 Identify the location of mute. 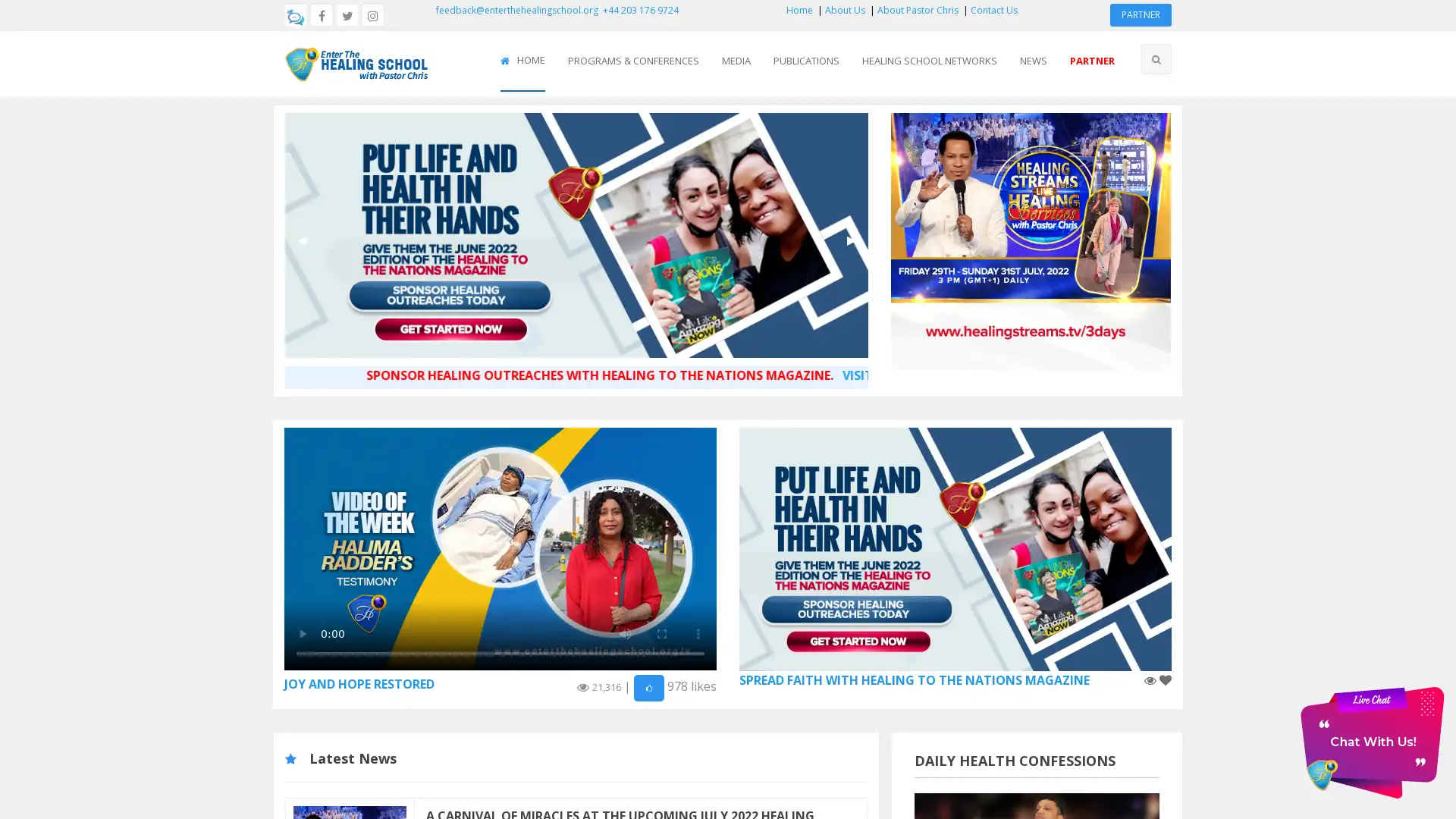
(626, 634).